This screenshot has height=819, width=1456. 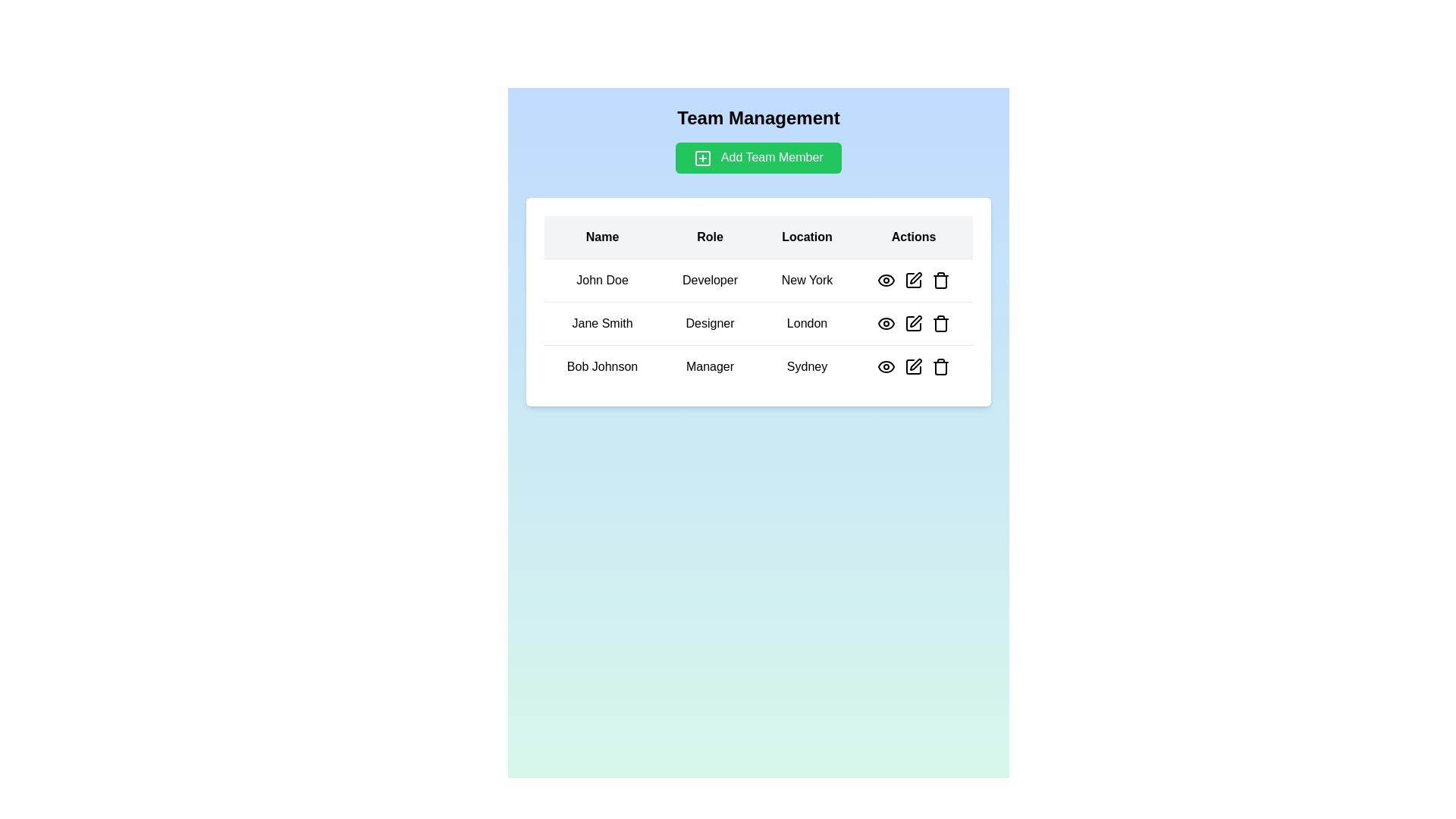 I want to click on the 'edit' SVG icon in the Actions column for the user 'Jane Smith' to modify the user's details, so click(x=912, y=322).